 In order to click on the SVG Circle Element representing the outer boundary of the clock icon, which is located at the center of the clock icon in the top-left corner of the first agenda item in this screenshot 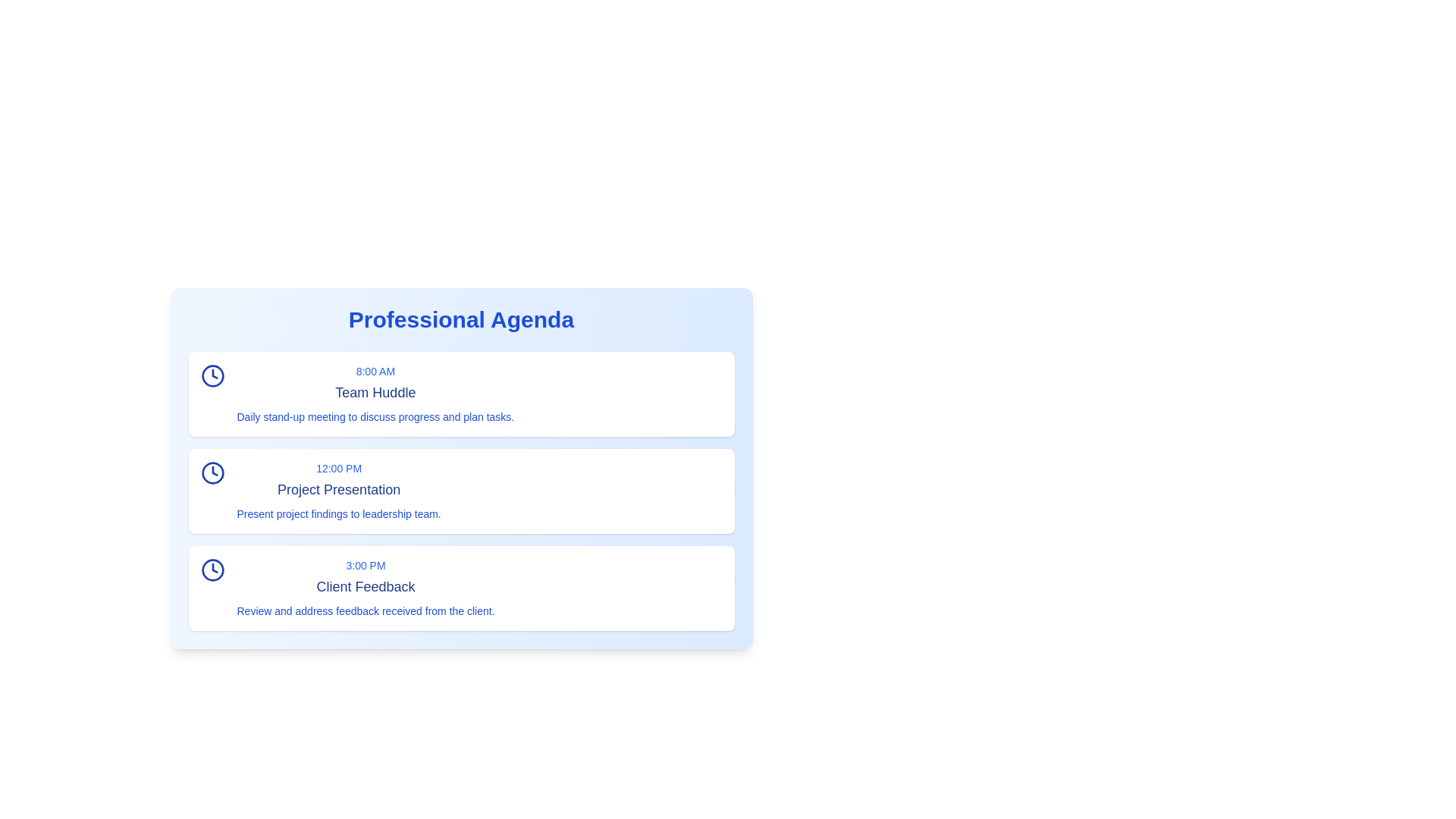, I will do `click(212, 375)`.